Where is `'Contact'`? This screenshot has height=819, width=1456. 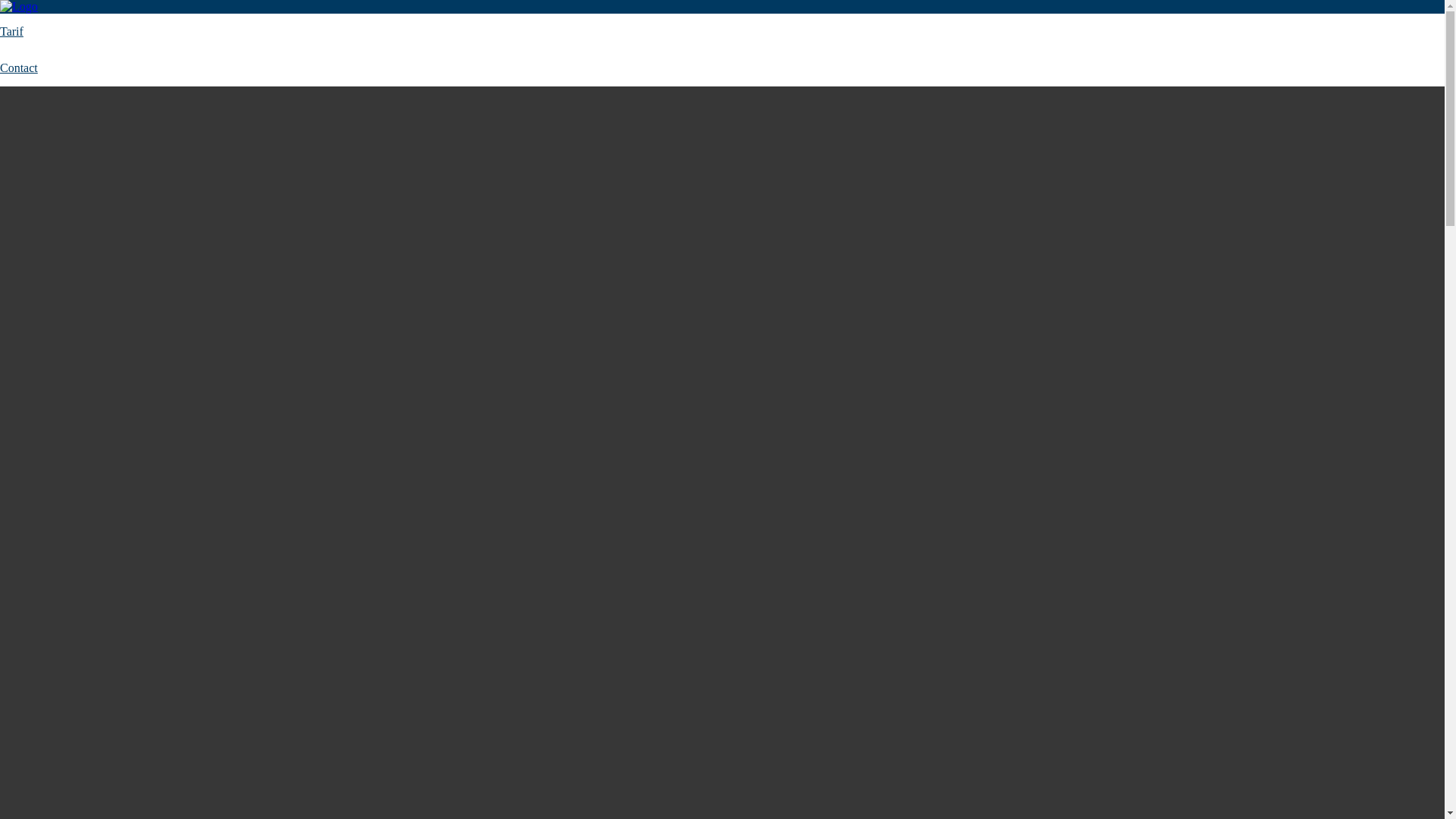 'Contact' is located at coordinates (0, 67).